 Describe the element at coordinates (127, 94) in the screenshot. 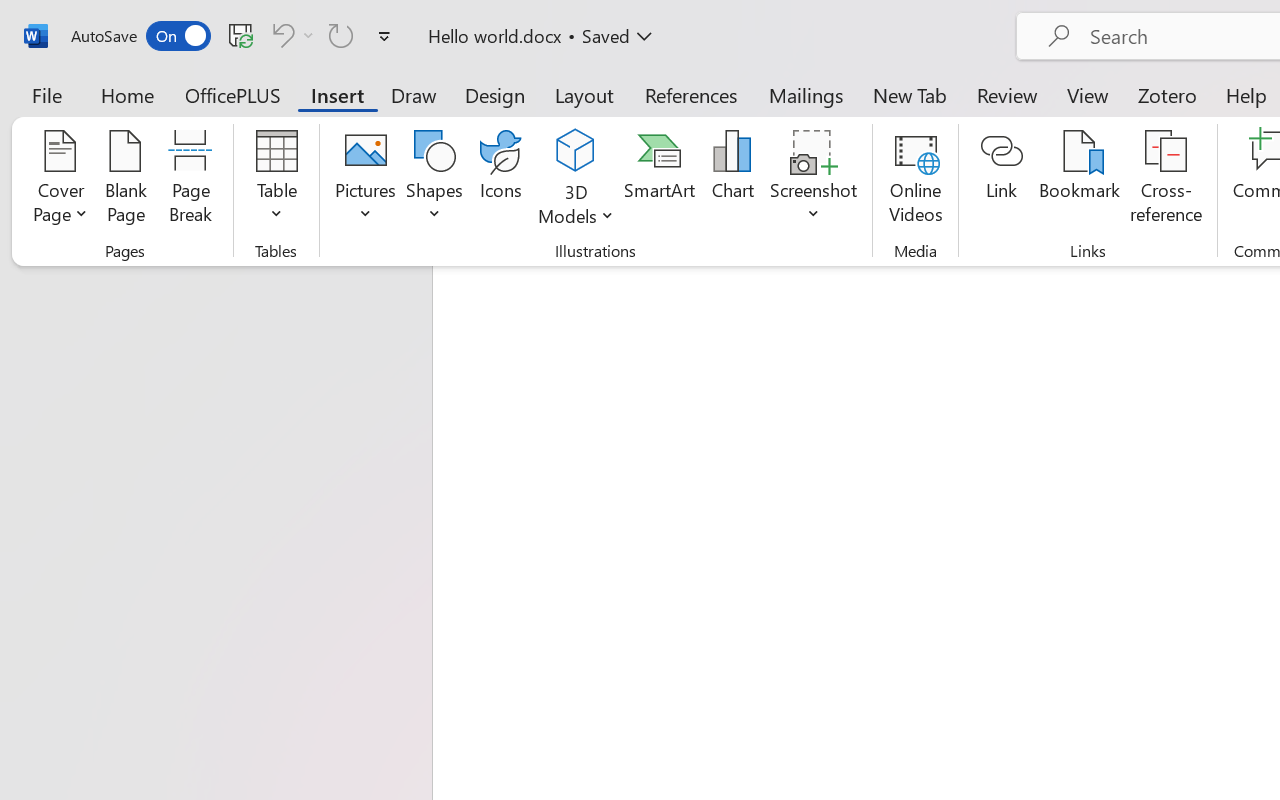

I see `'Home'` at that location.